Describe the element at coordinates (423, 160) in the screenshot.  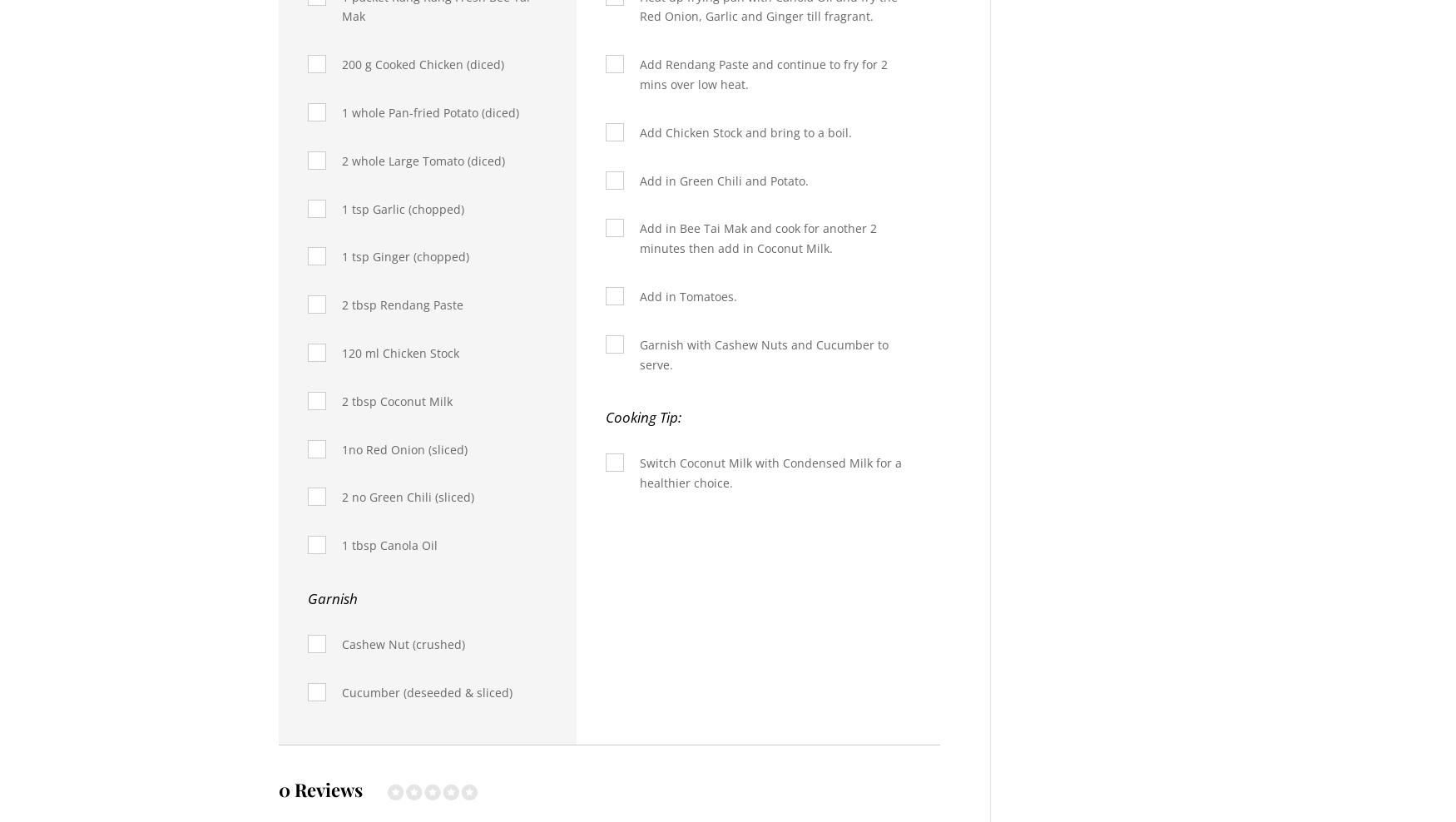
I see `'2 whole Large Tomato (diced)'` at that location.